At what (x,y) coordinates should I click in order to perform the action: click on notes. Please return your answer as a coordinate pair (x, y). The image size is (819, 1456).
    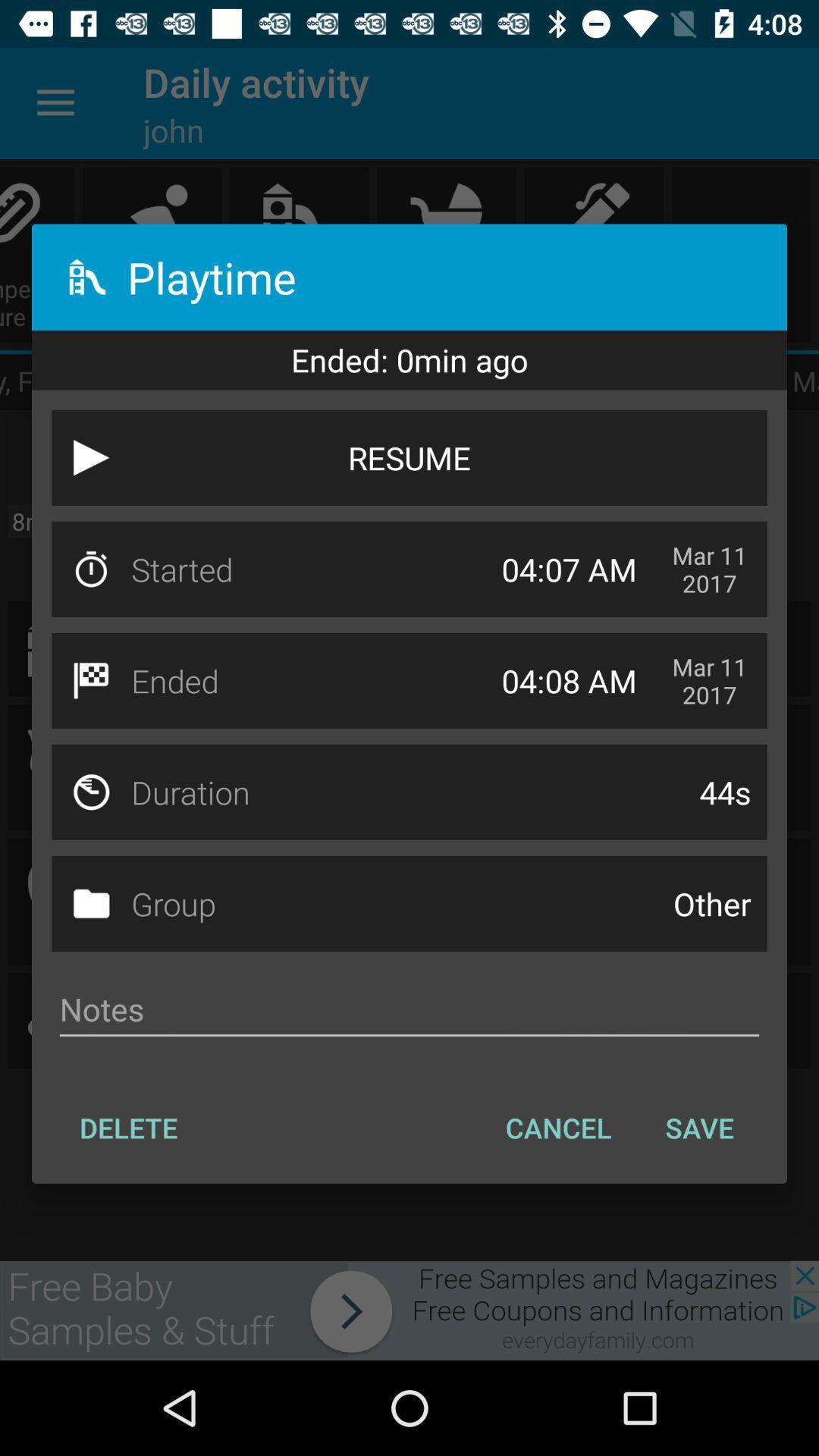
    Looking at the image, I should click on (409, 1009).